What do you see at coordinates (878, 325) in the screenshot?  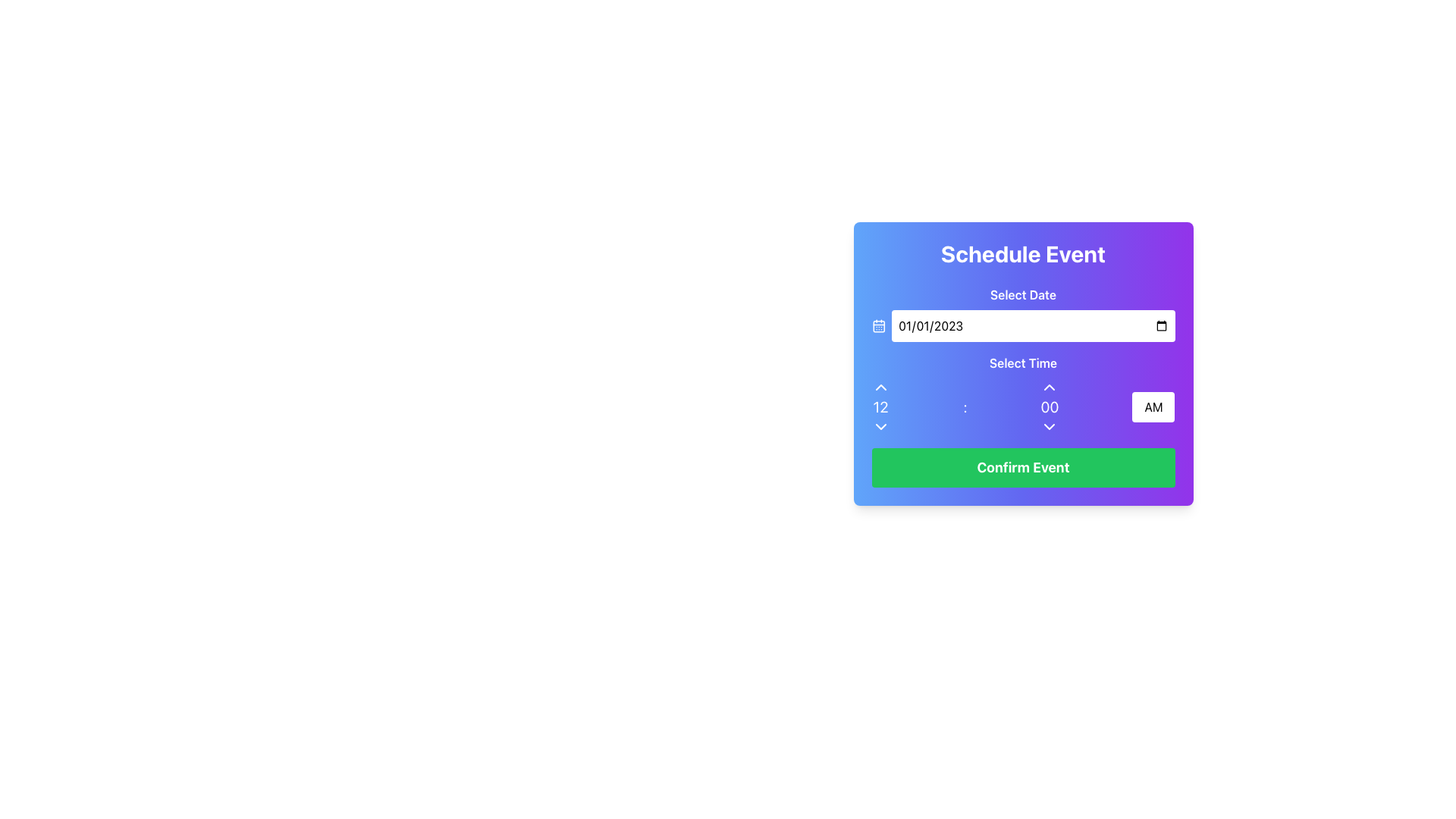 I see `the calendar icon graphic element which indicates the purpose of the adjacent 'Select Date' input field in the 'Schedule Event' section` at bounding box center [878, 325].